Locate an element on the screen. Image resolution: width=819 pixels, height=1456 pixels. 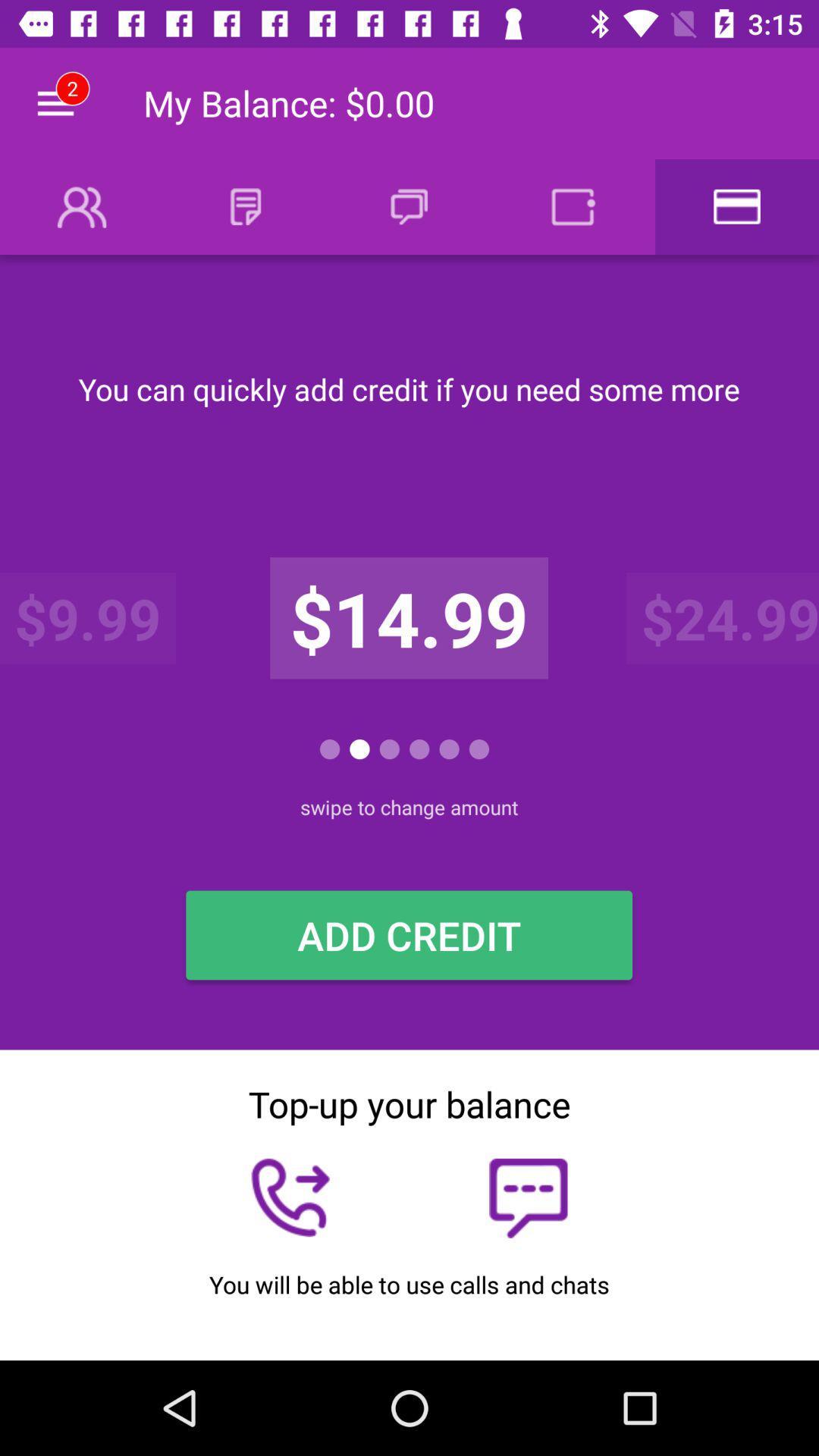
the icon next to the my balance 0 is located at coordinates (55, 102).